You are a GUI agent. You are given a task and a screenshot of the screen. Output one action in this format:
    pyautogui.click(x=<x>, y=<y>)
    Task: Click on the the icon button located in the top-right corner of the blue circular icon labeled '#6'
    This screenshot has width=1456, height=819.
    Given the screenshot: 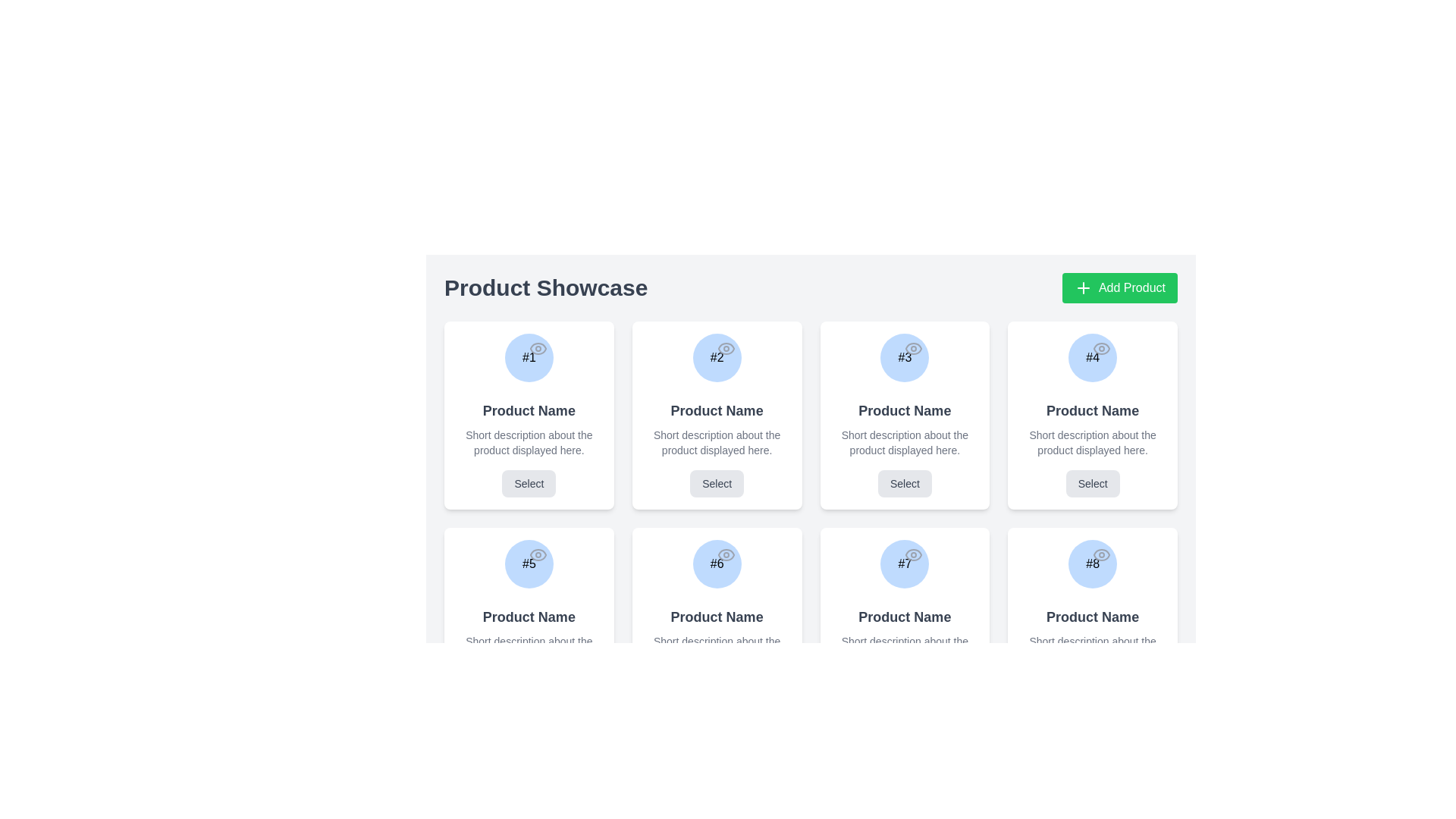 What is the action you would take?
    pyautogui.click(x=725, y=555)
    